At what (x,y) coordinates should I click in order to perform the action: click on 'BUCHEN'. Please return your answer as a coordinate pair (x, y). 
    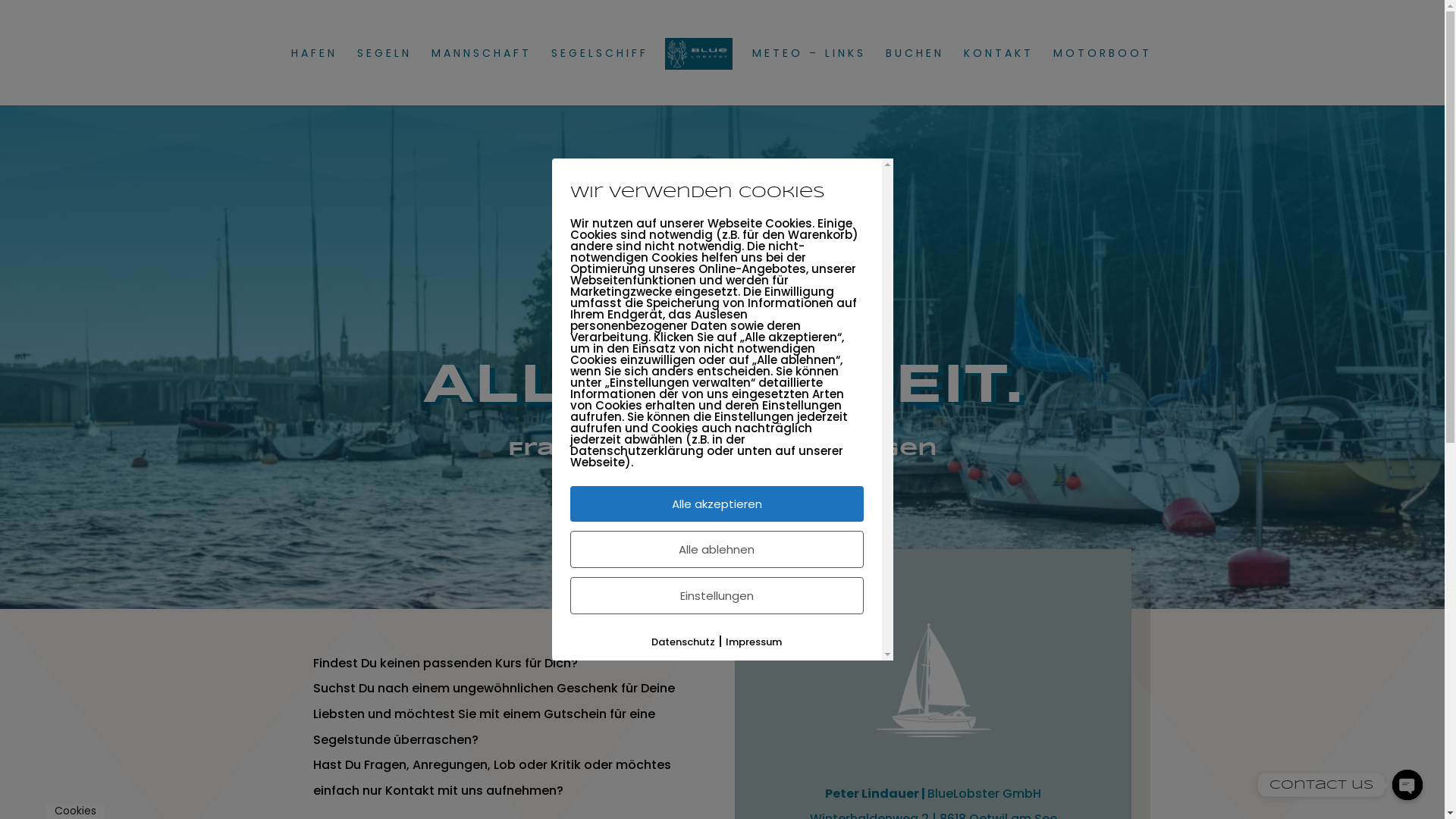
    Looking at the image, I should click on (914, 76).